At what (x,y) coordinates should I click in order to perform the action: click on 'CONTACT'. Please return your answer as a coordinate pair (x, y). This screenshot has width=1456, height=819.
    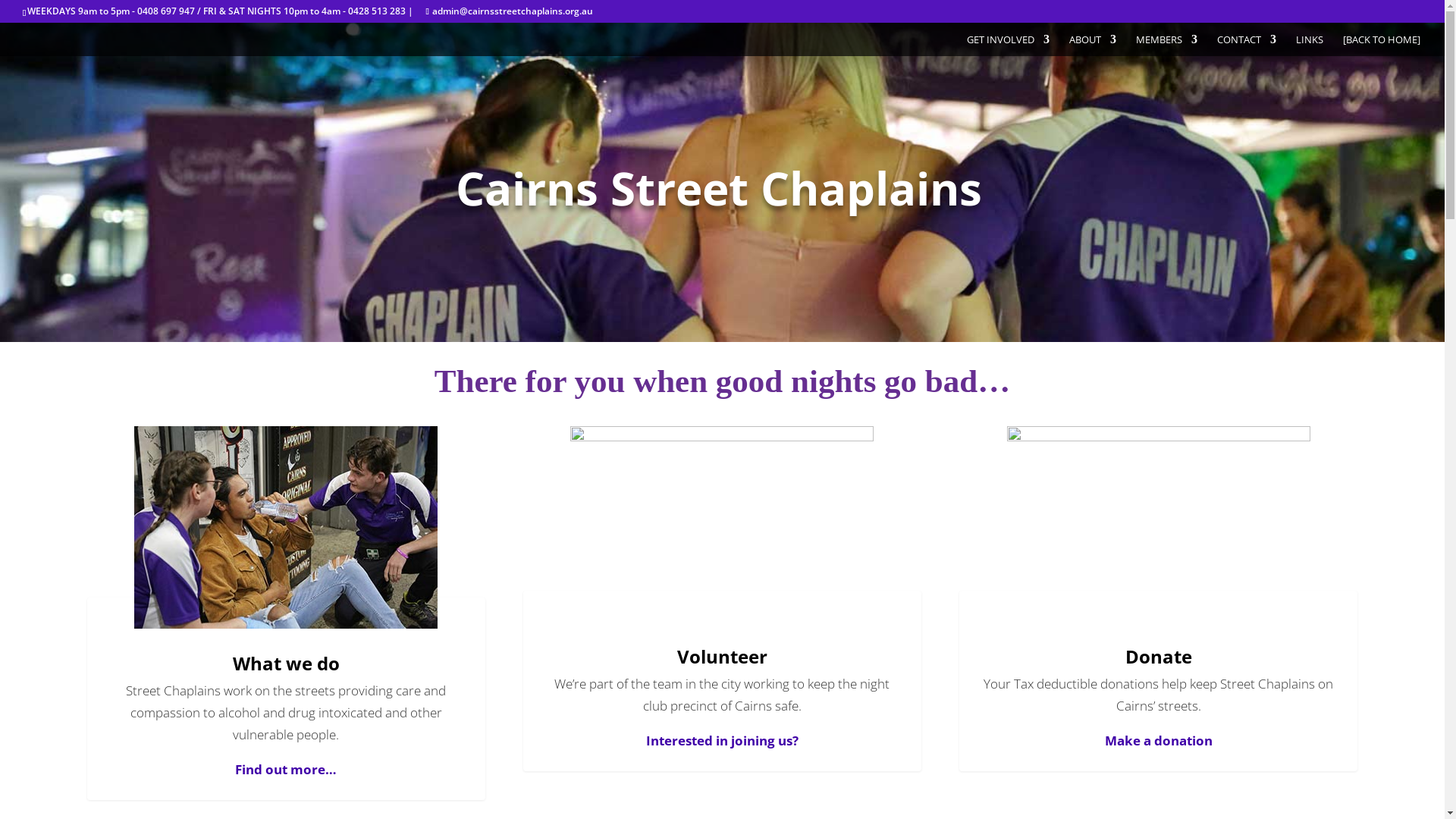
    Looking at the image, I should click on (1246, 44).